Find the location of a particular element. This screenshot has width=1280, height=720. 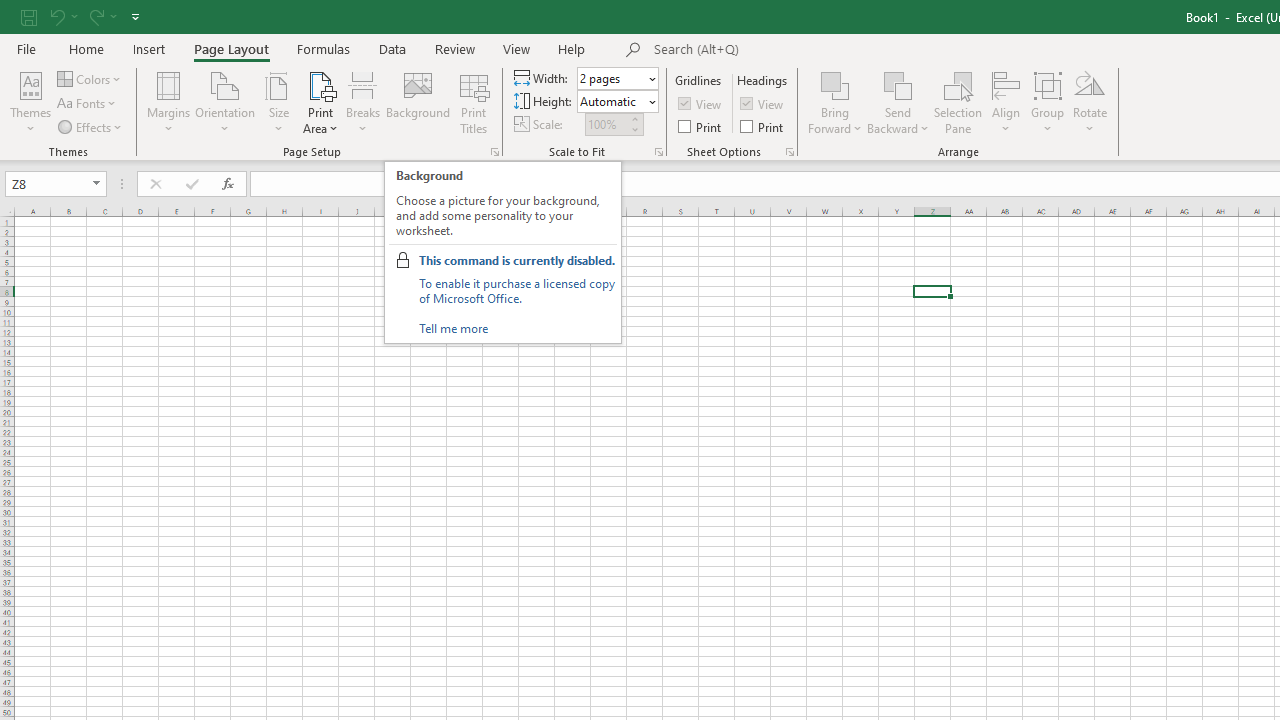

'Width' is located at coordinates (610, 77).